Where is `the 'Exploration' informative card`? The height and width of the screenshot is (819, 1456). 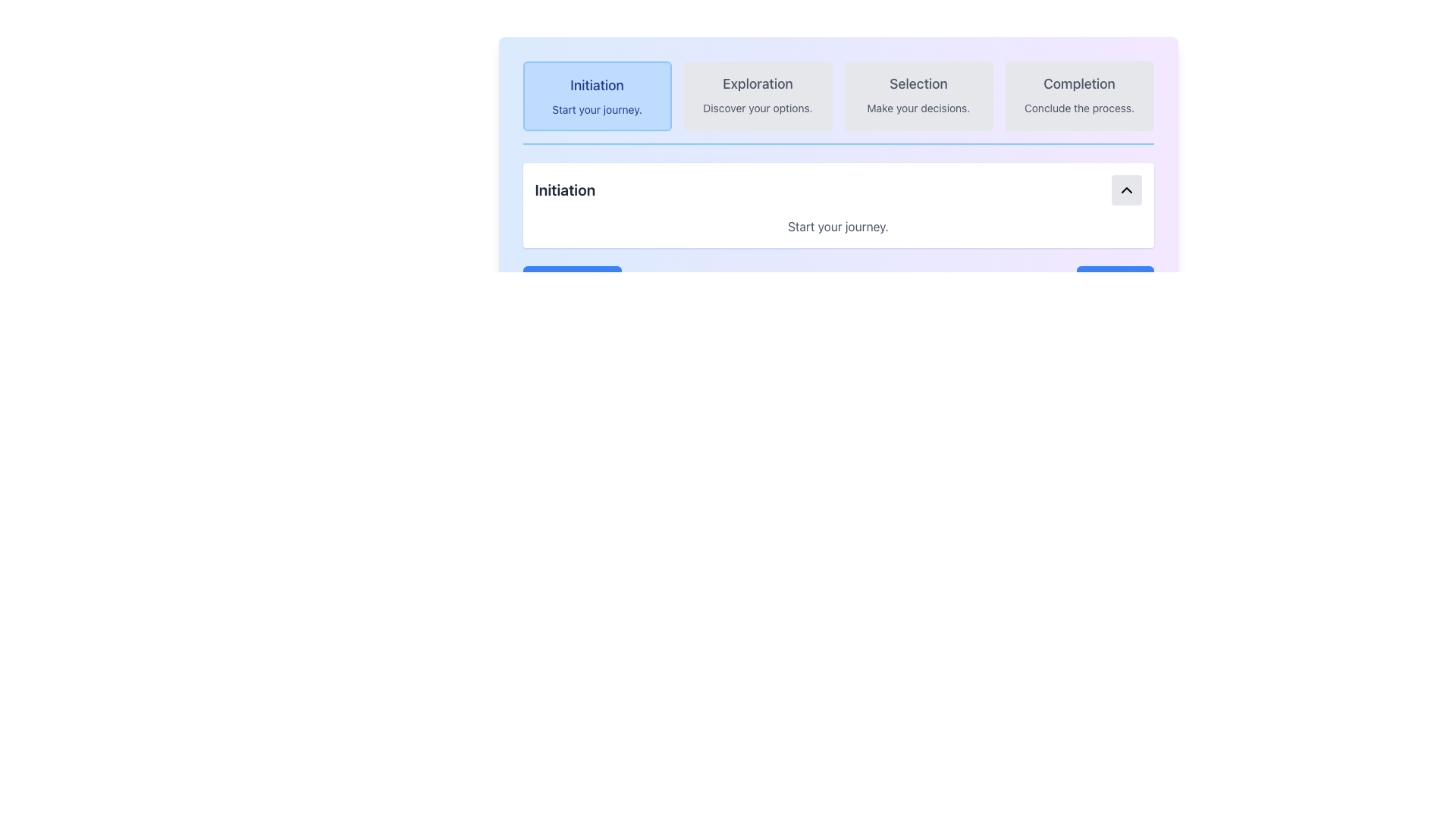
the 'Exploration' informative card is located at coordinates (758, 96).